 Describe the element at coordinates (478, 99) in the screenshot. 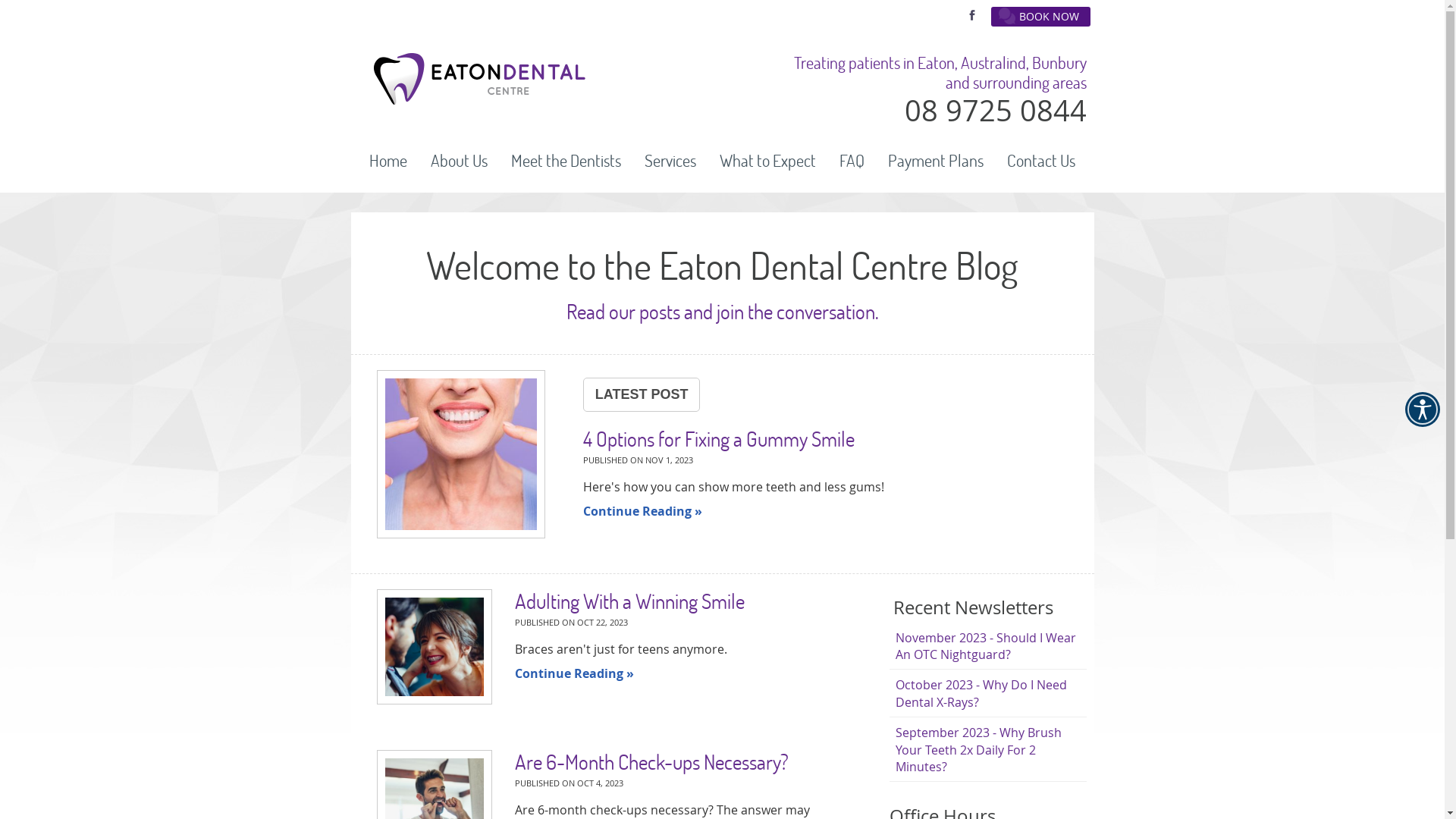

I see `'Eaton Dental Centre'` at that location.